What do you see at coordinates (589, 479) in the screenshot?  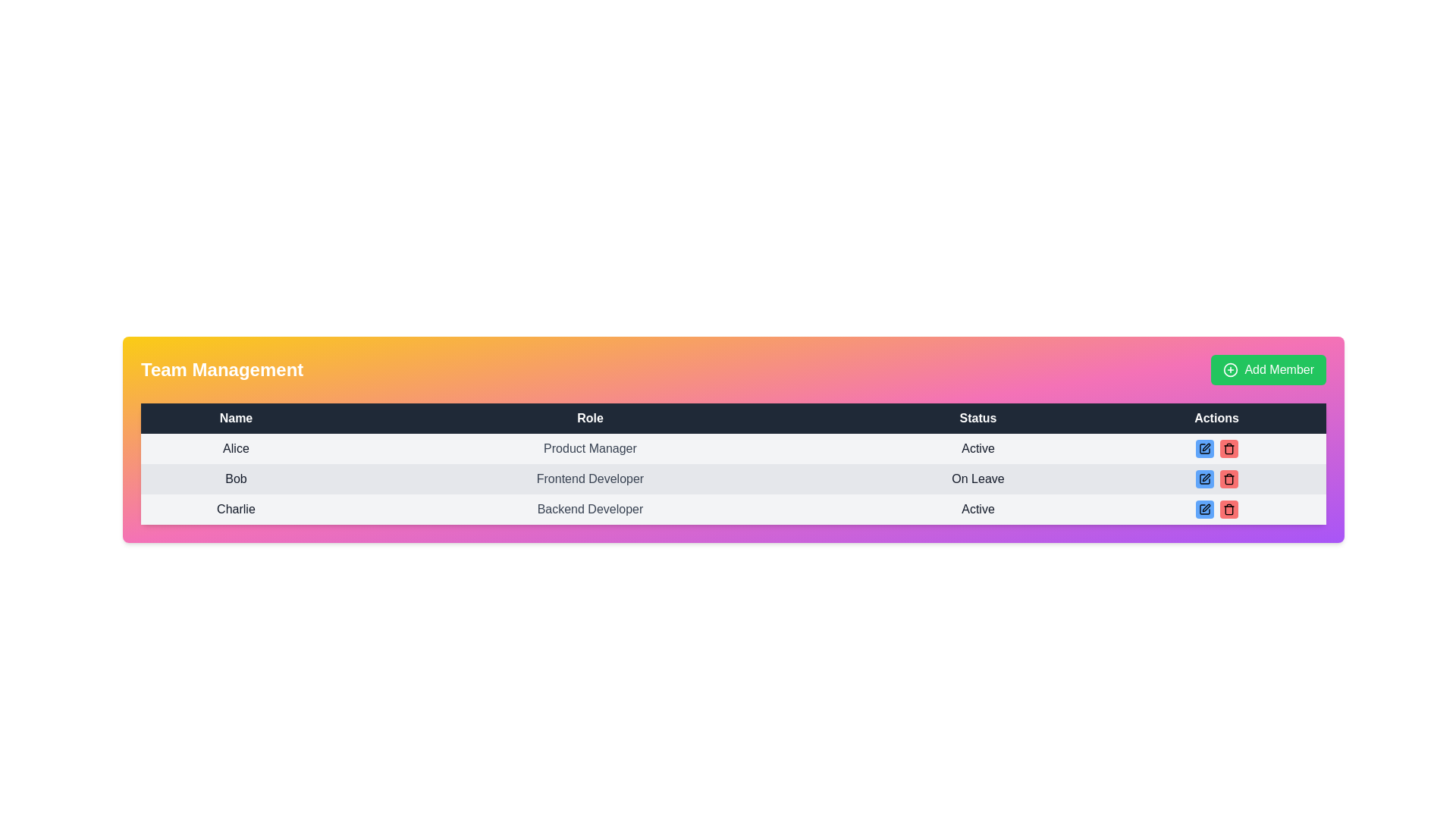 I see `the Static Text Label that indicates the role of 'Frontend Developer' associated with 'Bob', located in the second row of the table under the 'Role' column` at bounding box center [589, 479].